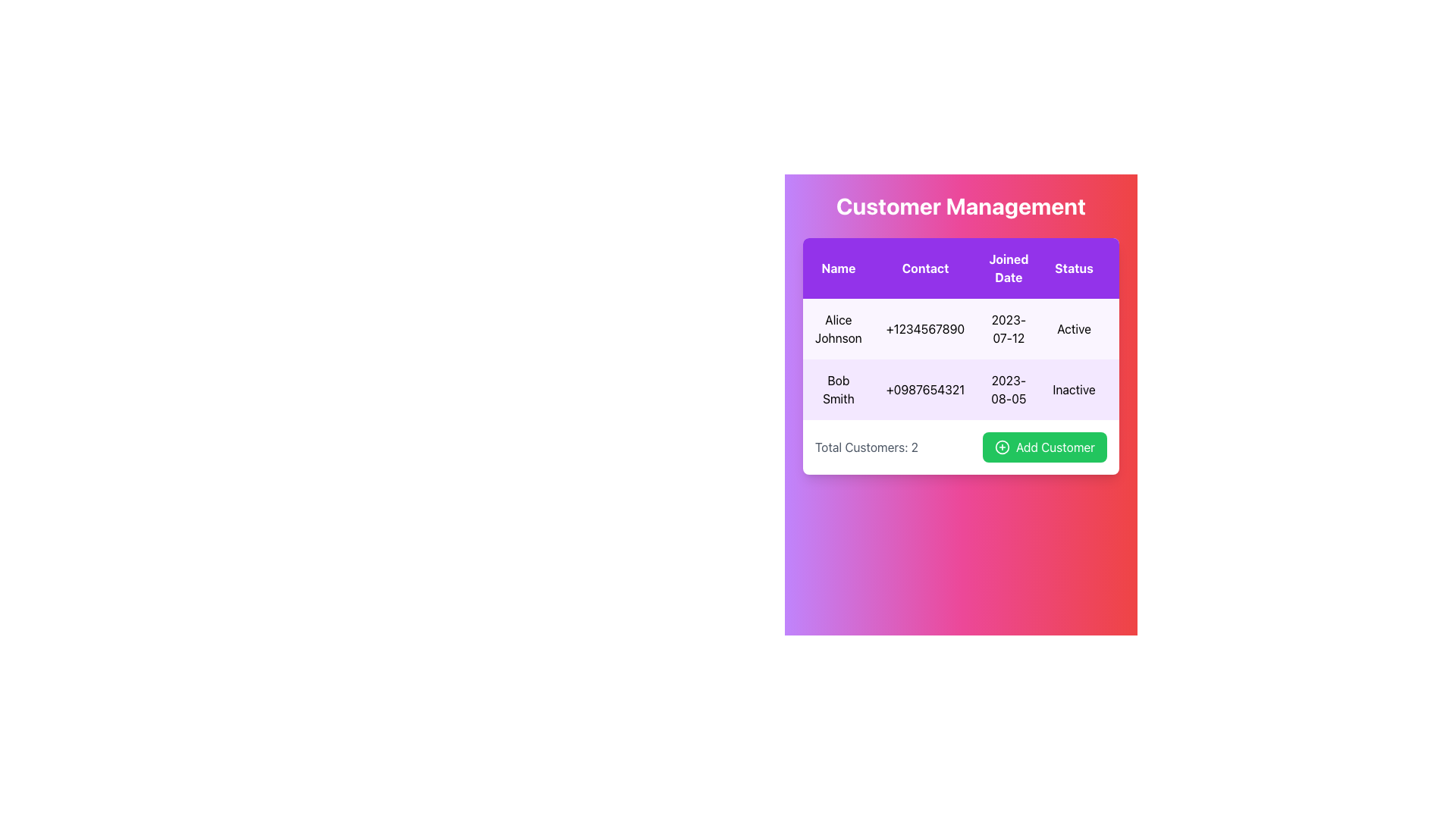  I want to click on the text label displaying the date '2023-08-05' in the third column of the second row under the 'Joined Date' heading of the customer details table, so click(1009, 388).